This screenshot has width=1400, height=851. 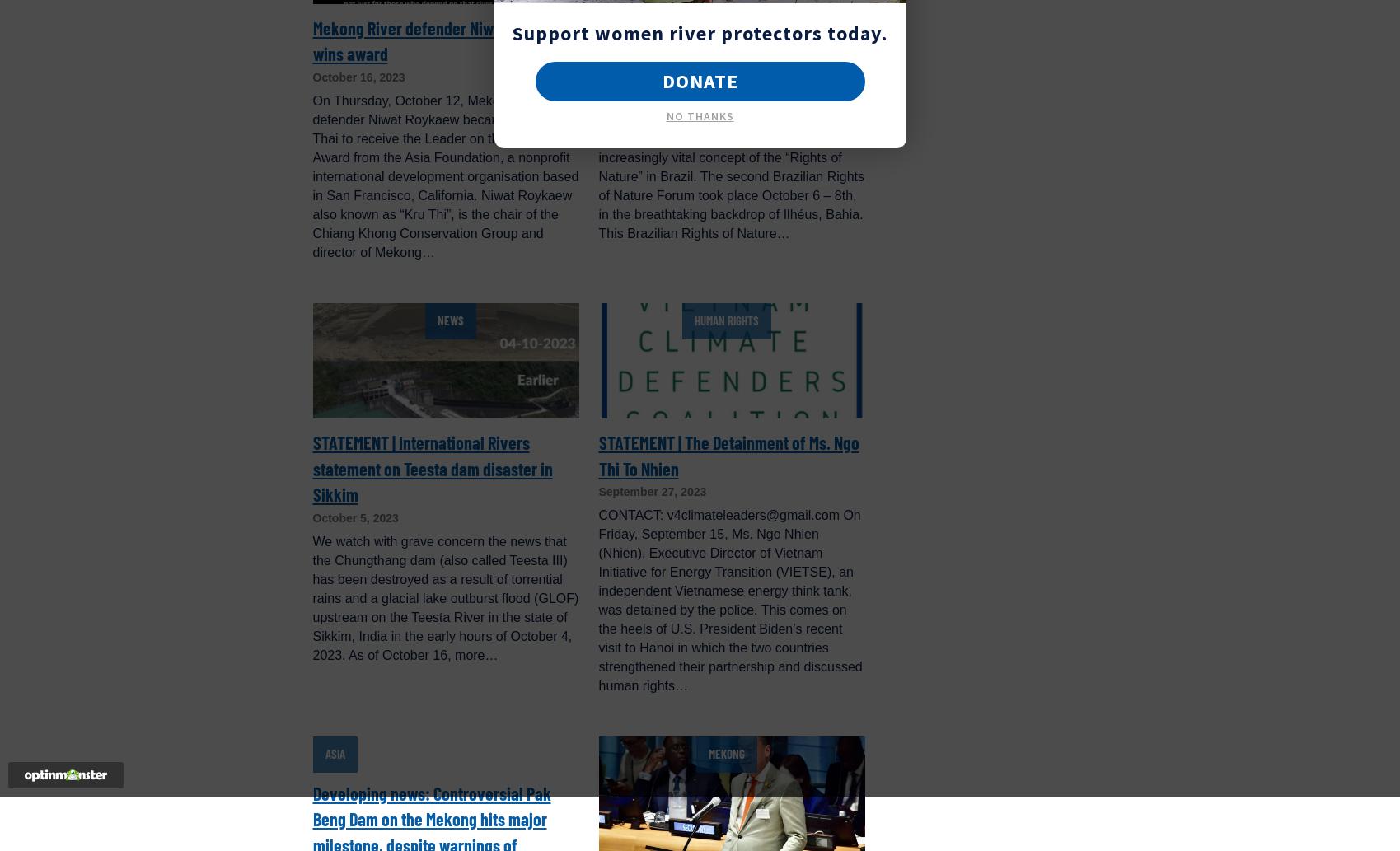 I want to click on 'We watch with grave concern the news that the Chungthang dam (also called Teesta III) has been destroyed as a result of torrential rains and a glacial lake outburst flood (GLOF) upstream on the Teesta River in the state of Sikkim, India in the early hours of October 4, 2023. As of October 16, more…', so click(x=444, y=597).